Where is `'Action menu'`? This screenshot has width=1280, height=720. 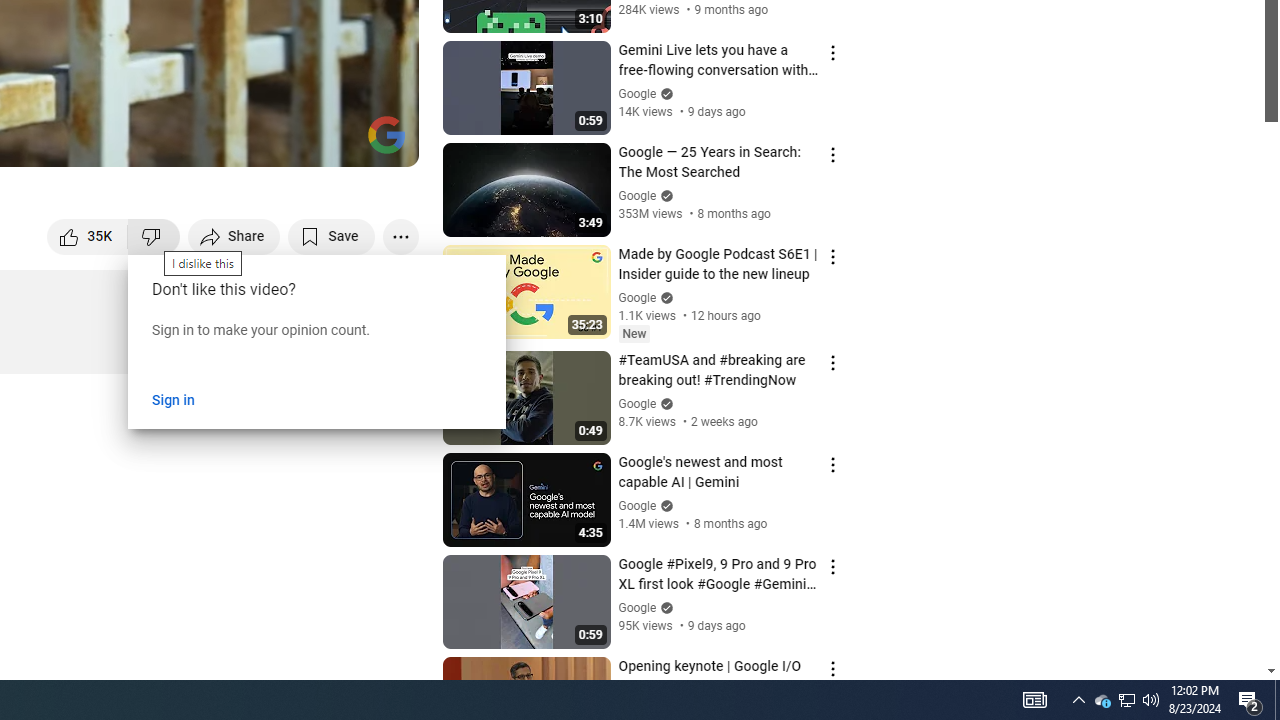 'Action menu' is located at coordinates (832, 668).